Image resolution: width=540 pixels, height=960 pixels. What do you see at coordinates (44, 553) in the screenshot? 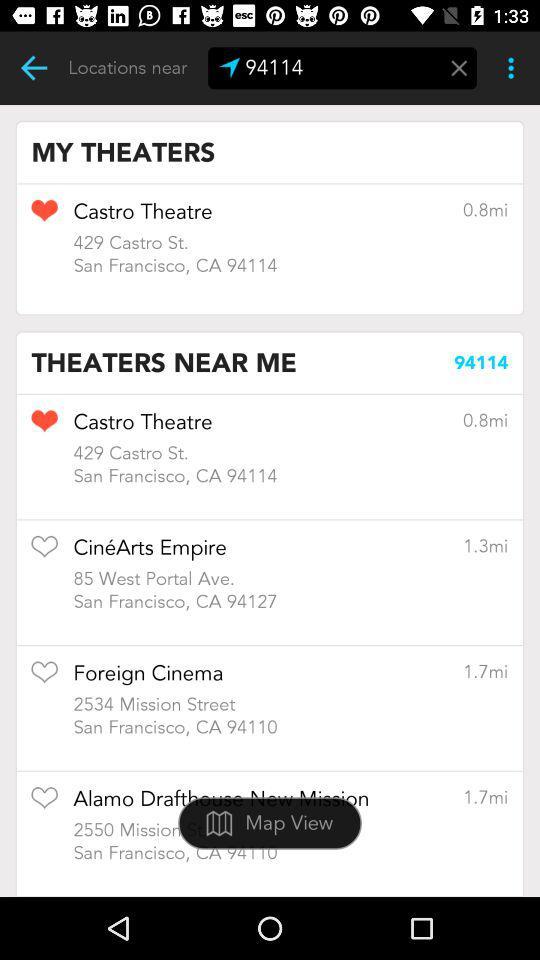
I see `mark as favorite` at bounding box center [44, 553].